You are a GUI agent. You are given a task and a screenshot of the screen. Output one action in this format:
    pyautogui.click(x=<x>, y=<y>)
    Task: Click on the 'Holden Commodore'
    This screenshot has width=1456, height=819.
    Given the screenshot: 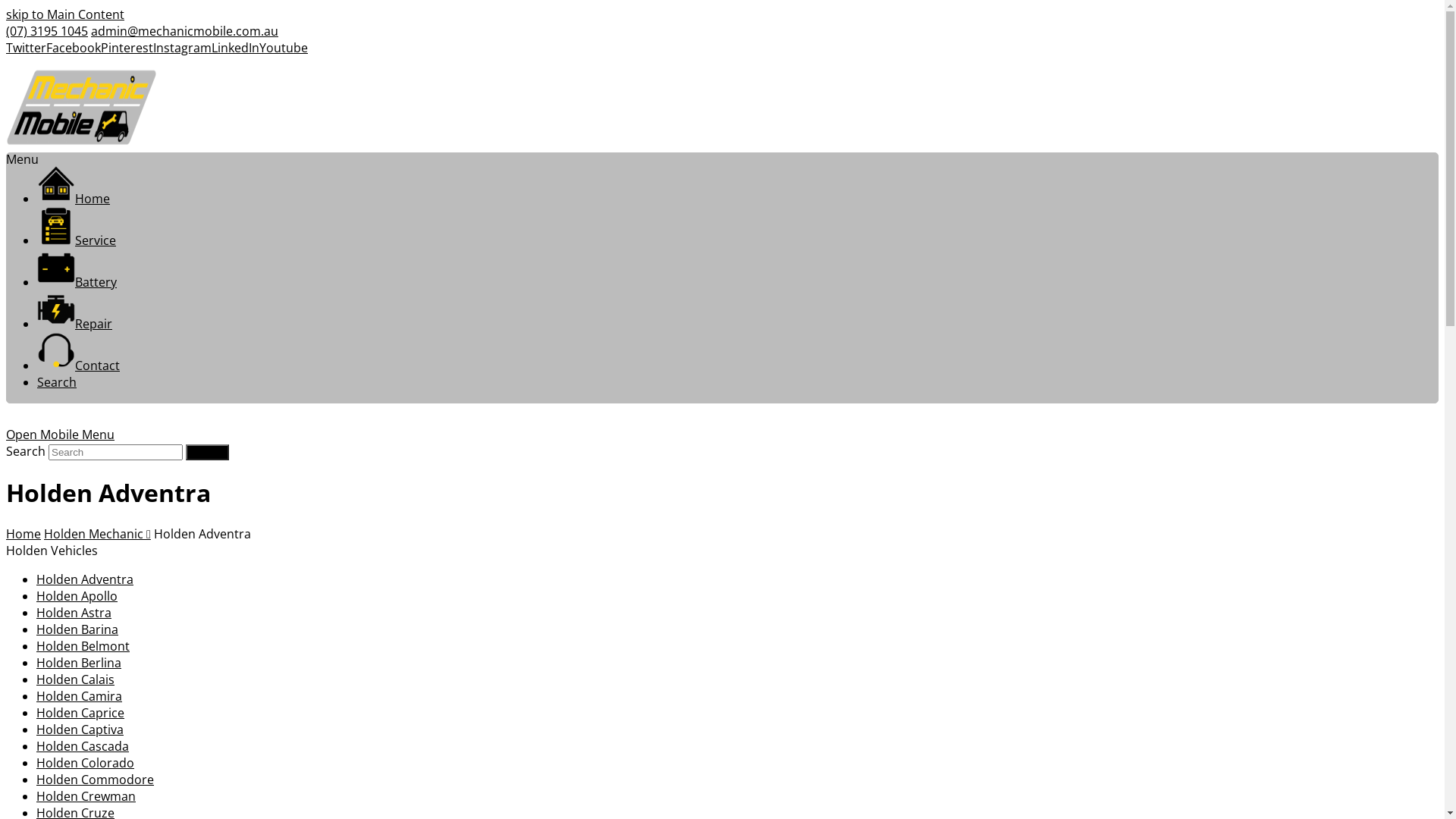 What is the action you would take?
    pyautogui.click(x=94, y=780)
    